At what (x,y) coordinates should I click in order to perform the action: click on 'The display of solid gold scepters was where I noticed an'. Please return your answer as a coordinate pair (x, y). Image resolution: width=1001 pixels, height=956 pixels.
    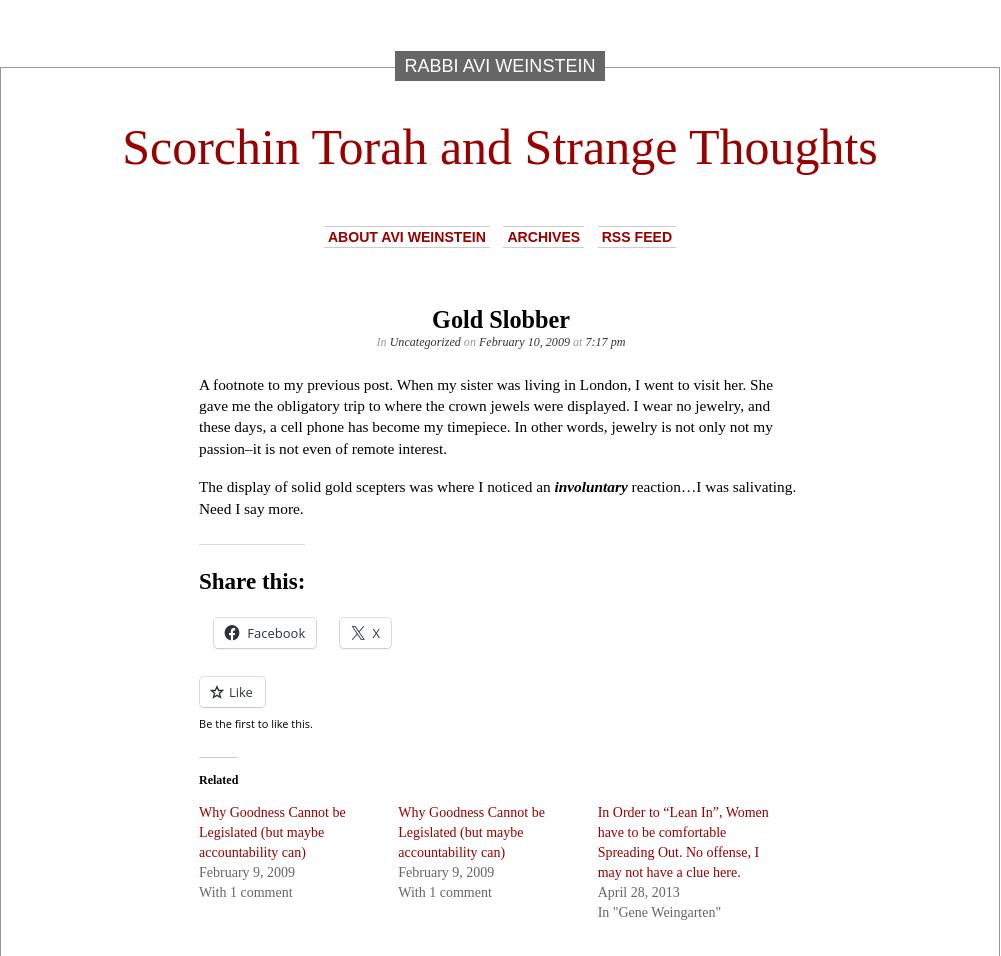
    Looking at the image, I should click on (375, 485).